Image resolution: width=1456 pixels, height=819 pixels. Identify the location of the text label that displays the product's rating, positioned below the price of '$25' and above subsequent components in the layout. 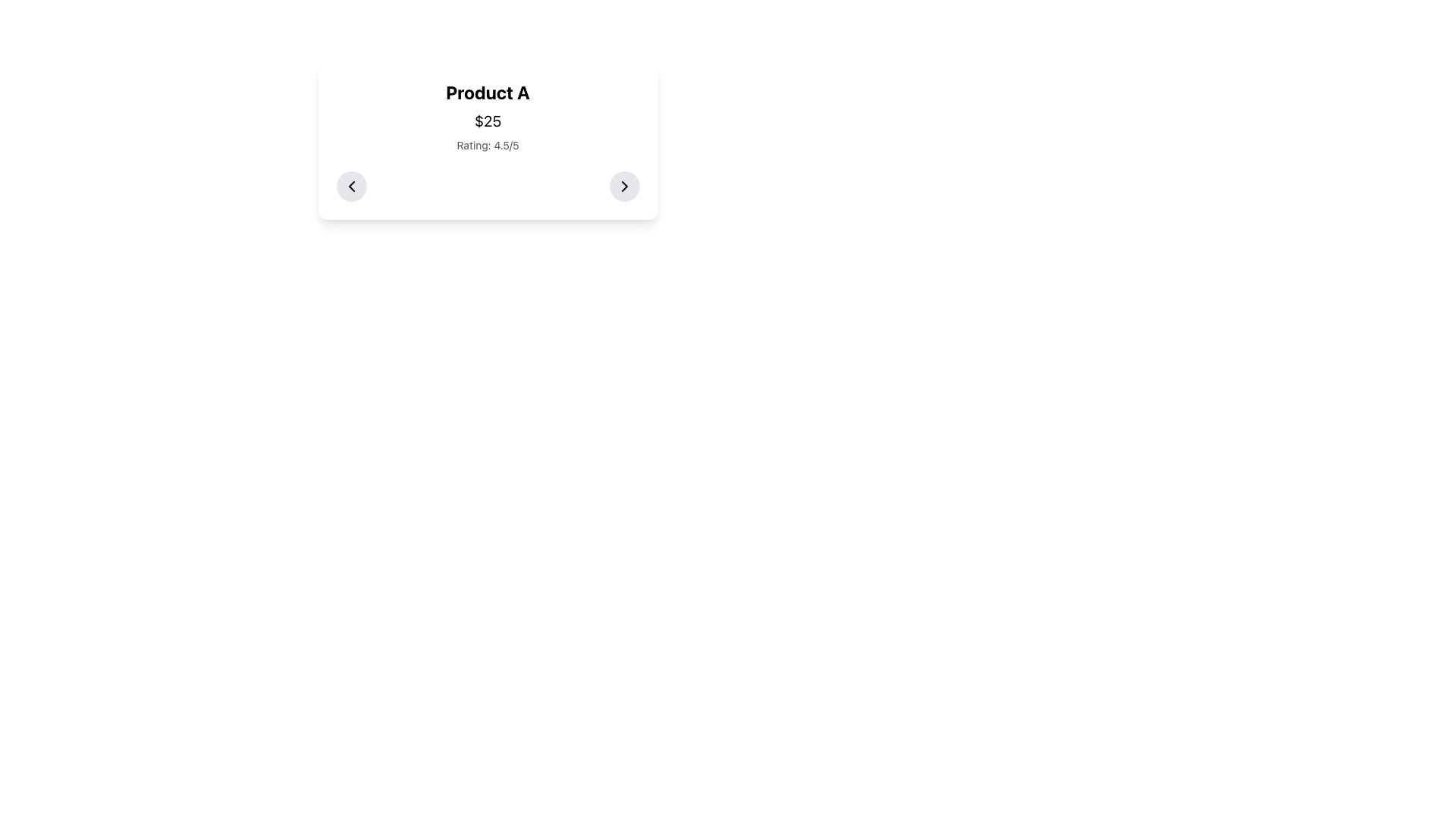
(488, 146).